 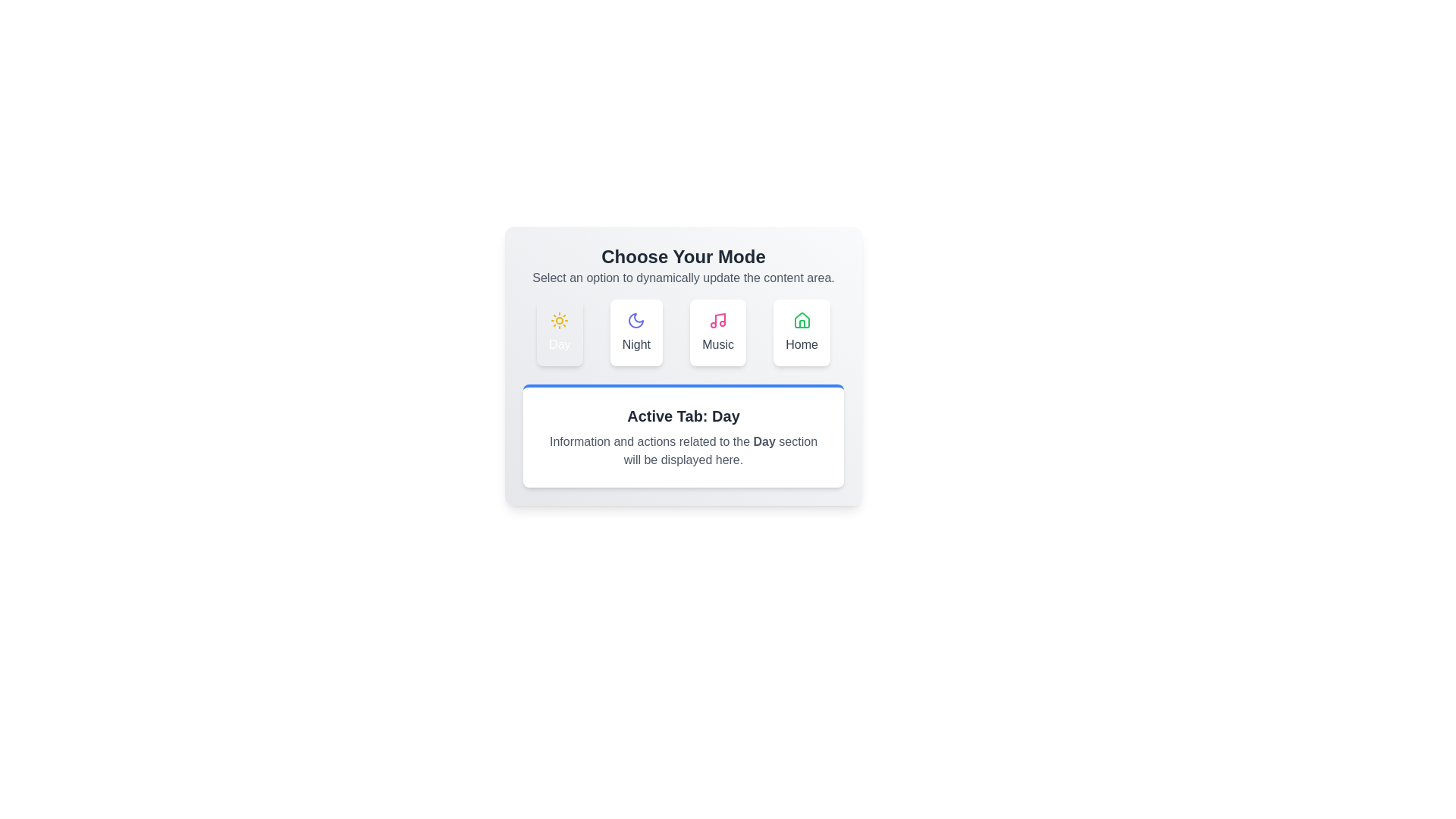 I want to click on the 'Day' button, which is a rounded rectangle with a light yellow background and white text, so click(x=559, y=332).